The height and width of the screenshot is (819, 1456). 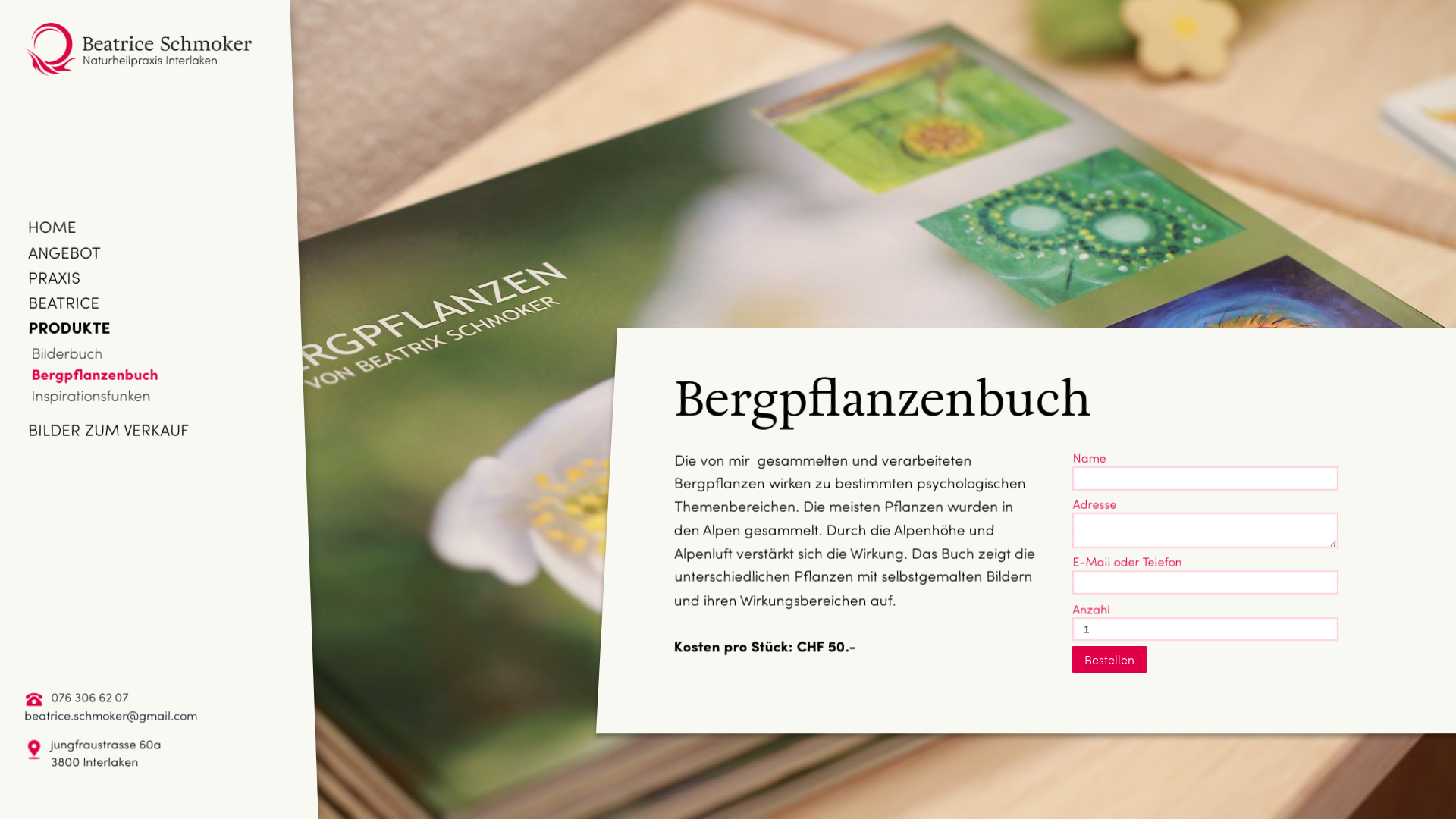 What do you see at coordinates (109, 714) in the screenshot?
I see `'beatrice.schmoker@gmail.com'` at bounding box center [109, 714].